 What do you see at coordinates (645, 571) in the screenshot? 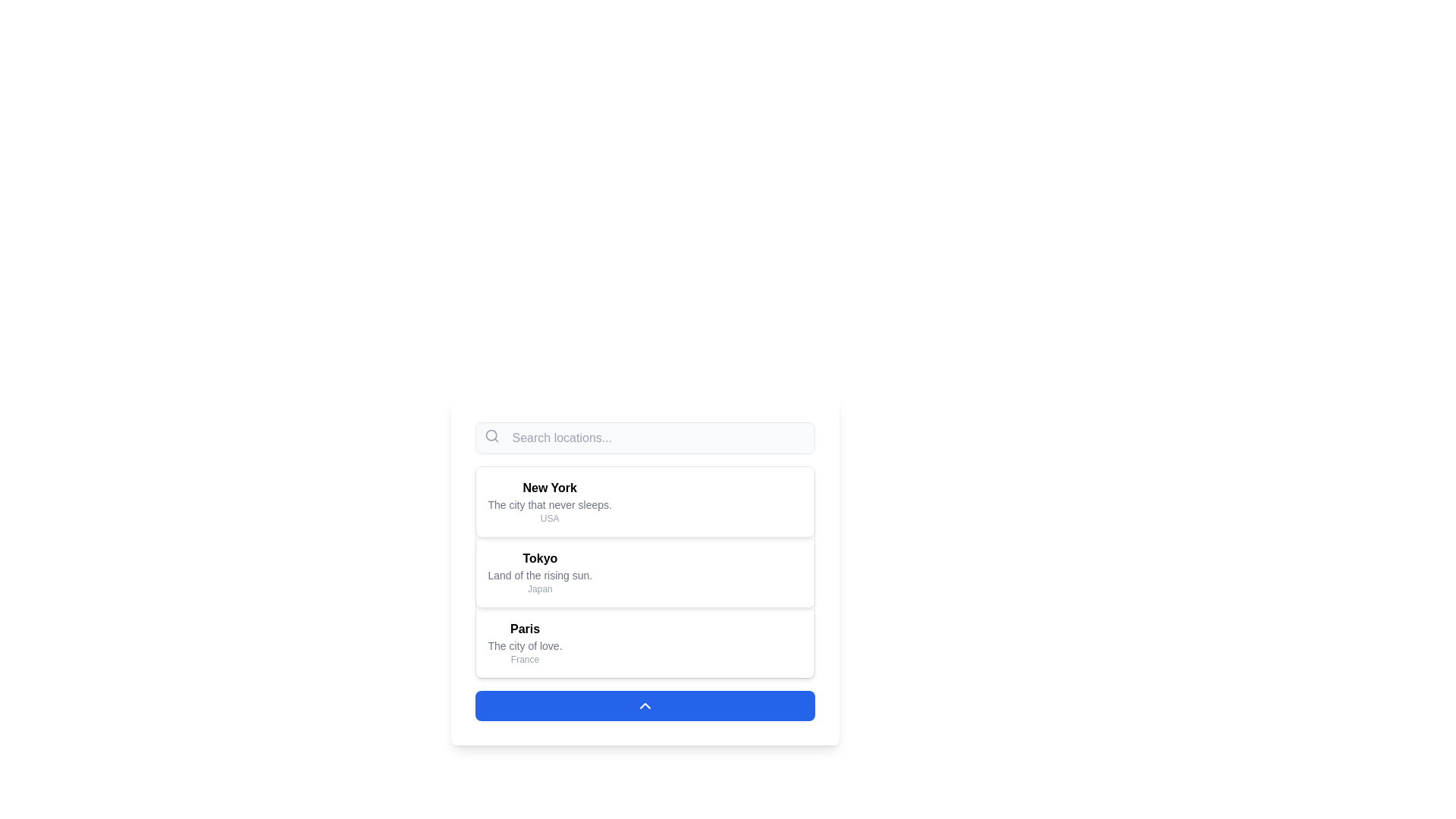
I see `the second selectable list item, which represents a city card` at bounding box center [645, 571].